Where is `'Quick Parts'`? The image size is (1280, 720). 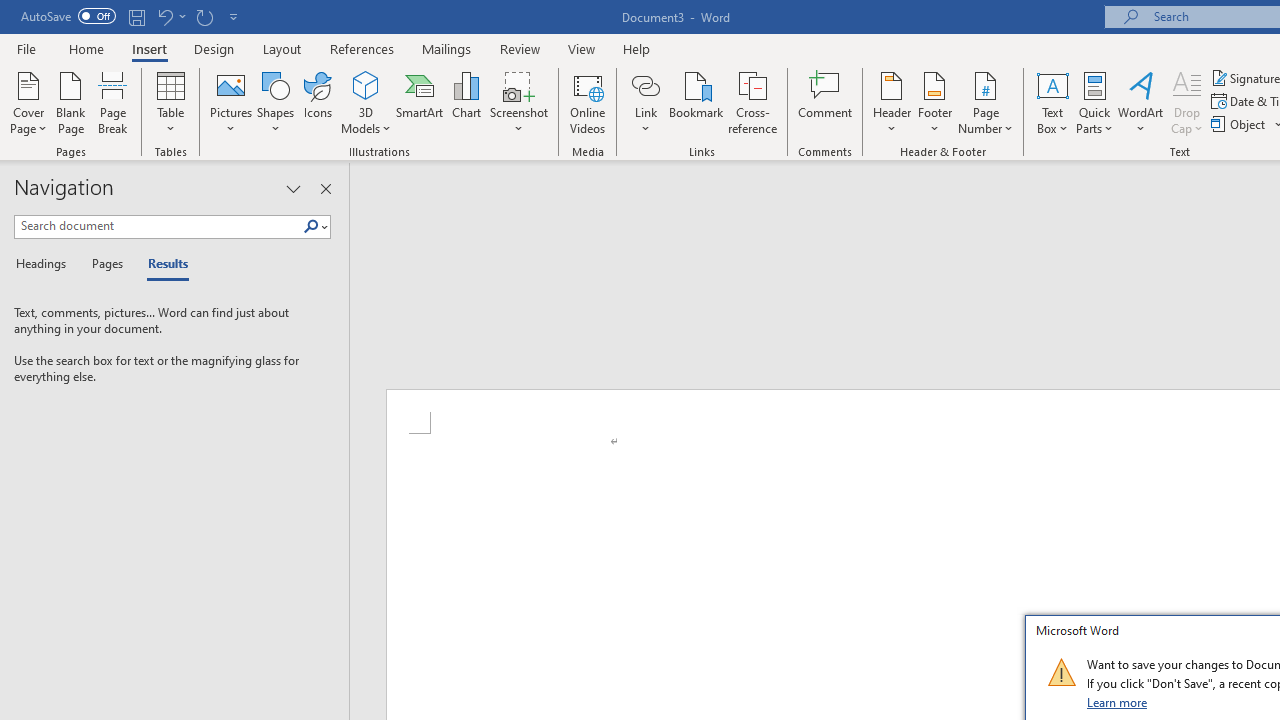 'Quick Parts' is located at coordinates (1094, 103).